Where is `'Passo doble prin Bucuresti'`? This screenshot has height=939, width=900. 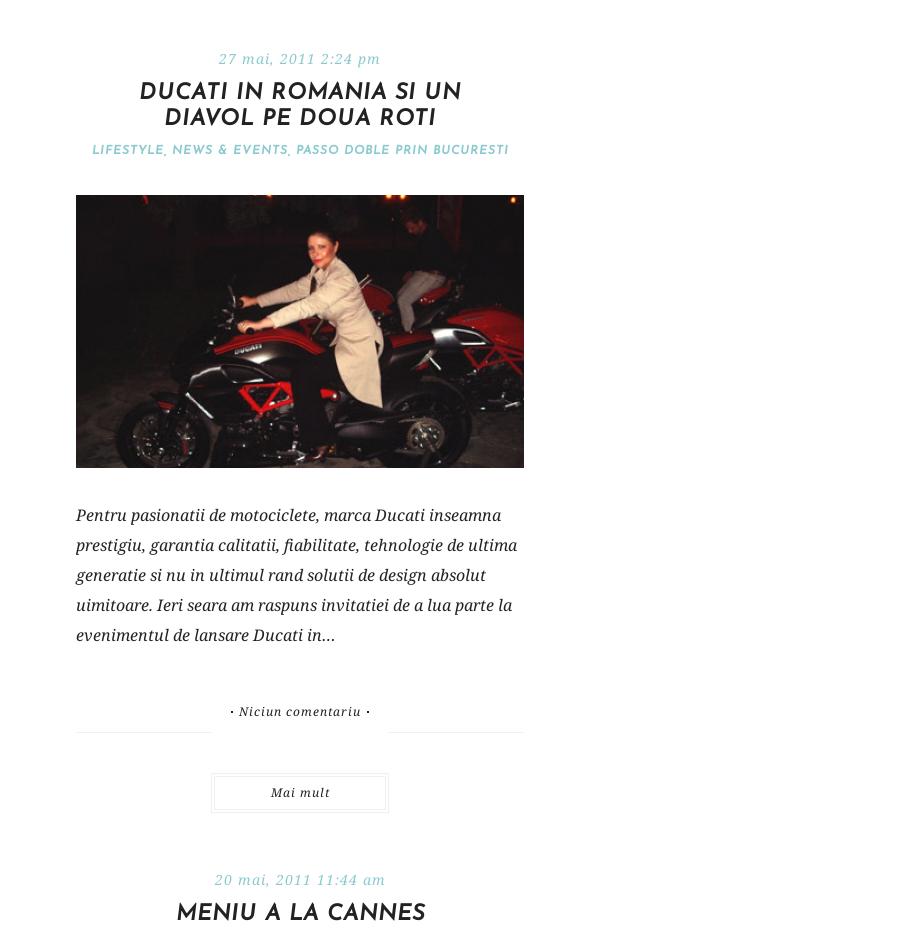
'Passo doble prin Bucuresti' is located at coordinates (401, 150).